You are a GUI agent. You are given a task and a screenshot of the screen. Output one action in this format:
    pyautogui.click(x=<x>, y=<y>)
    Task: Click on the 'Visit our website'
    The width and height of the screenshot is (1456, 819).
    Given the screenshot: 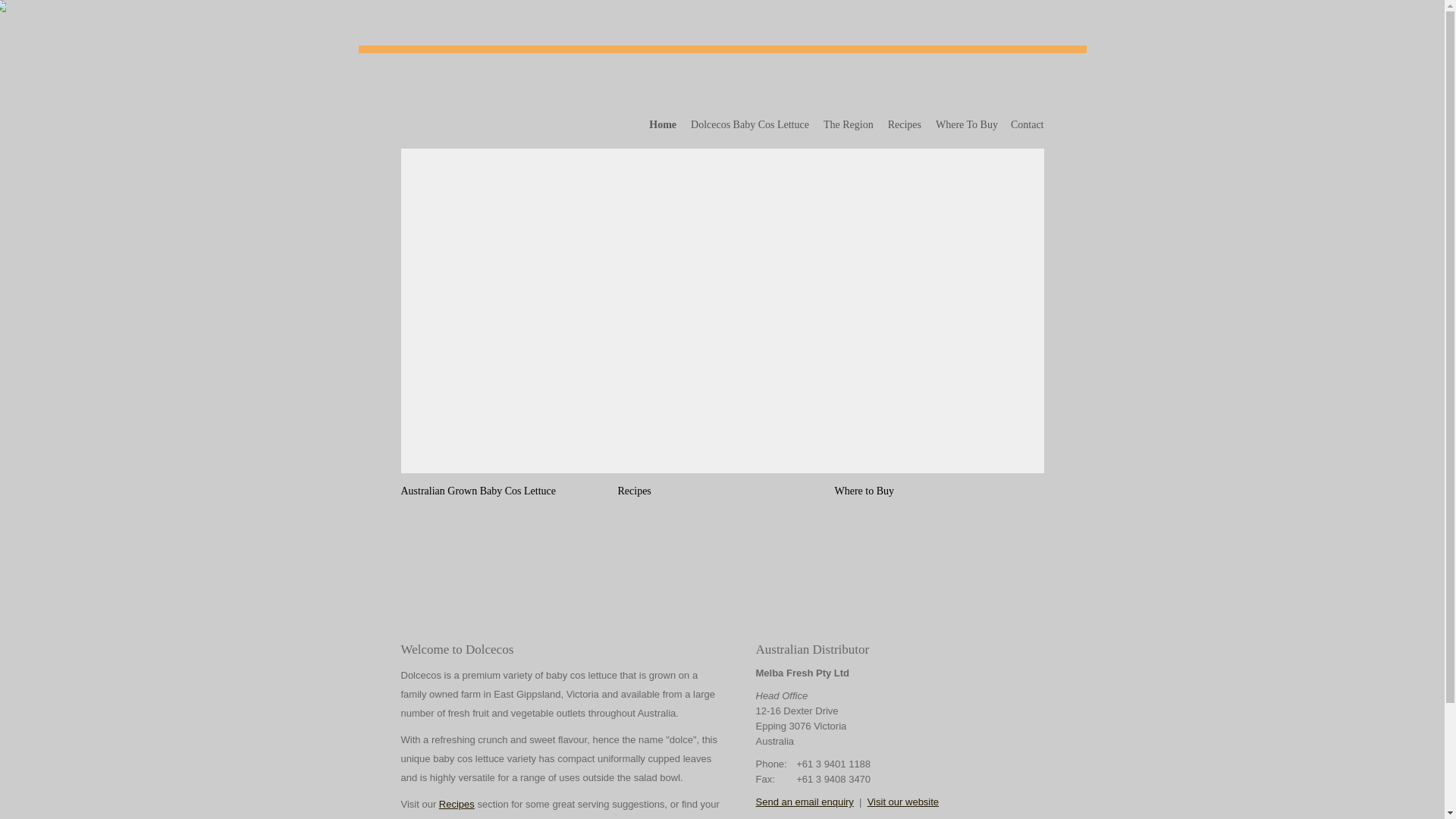 What is the action you would take?
    pyautogui.click(x=902, y=801)
    